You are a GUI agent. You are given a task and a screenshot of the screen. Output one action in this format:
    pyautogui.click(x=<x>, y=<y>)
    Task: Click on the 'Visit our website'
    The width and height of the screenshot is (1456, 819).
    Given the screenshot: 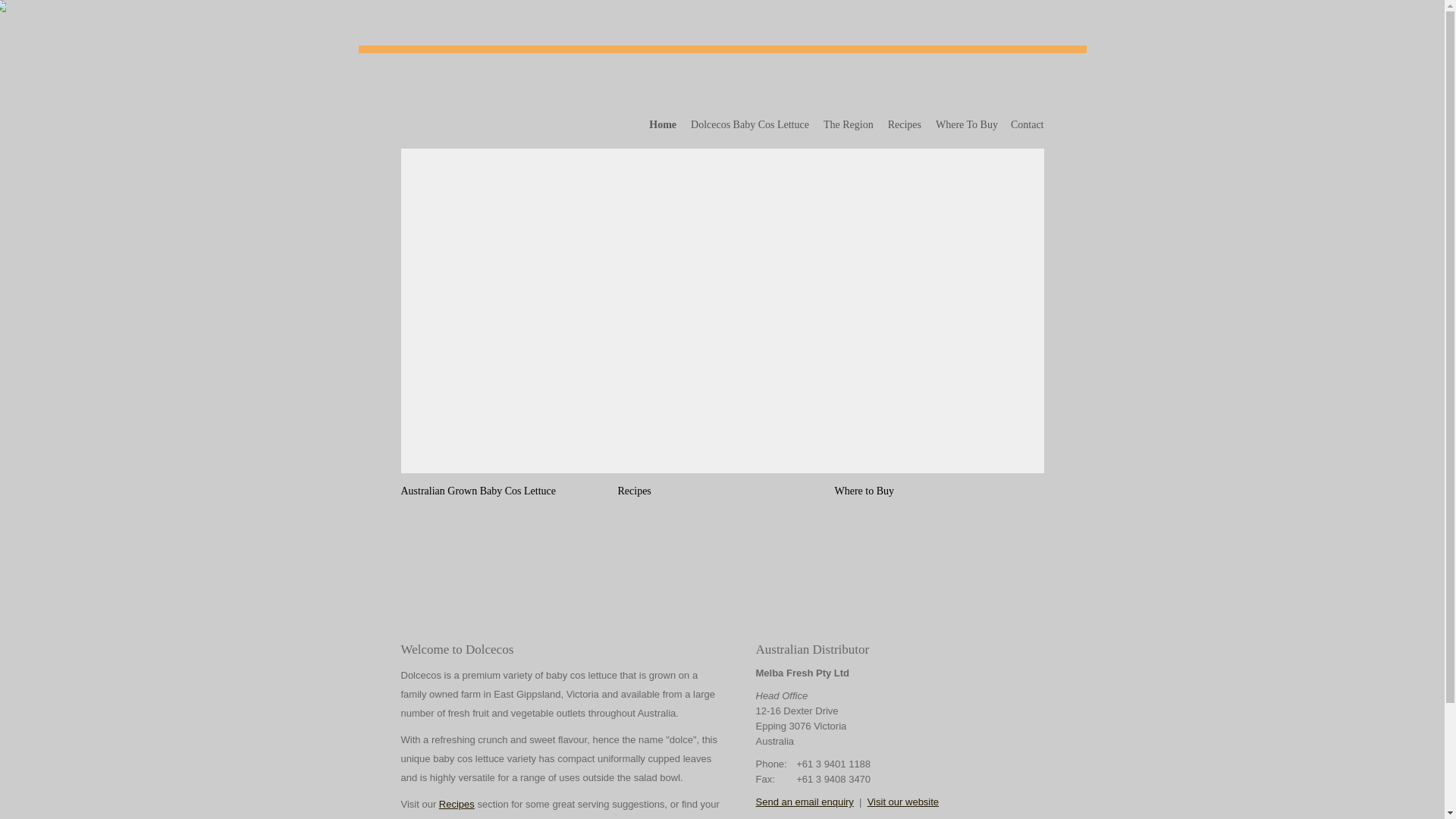 What is the action you would take?
    pyautogui.click(x=902, y=801)
    